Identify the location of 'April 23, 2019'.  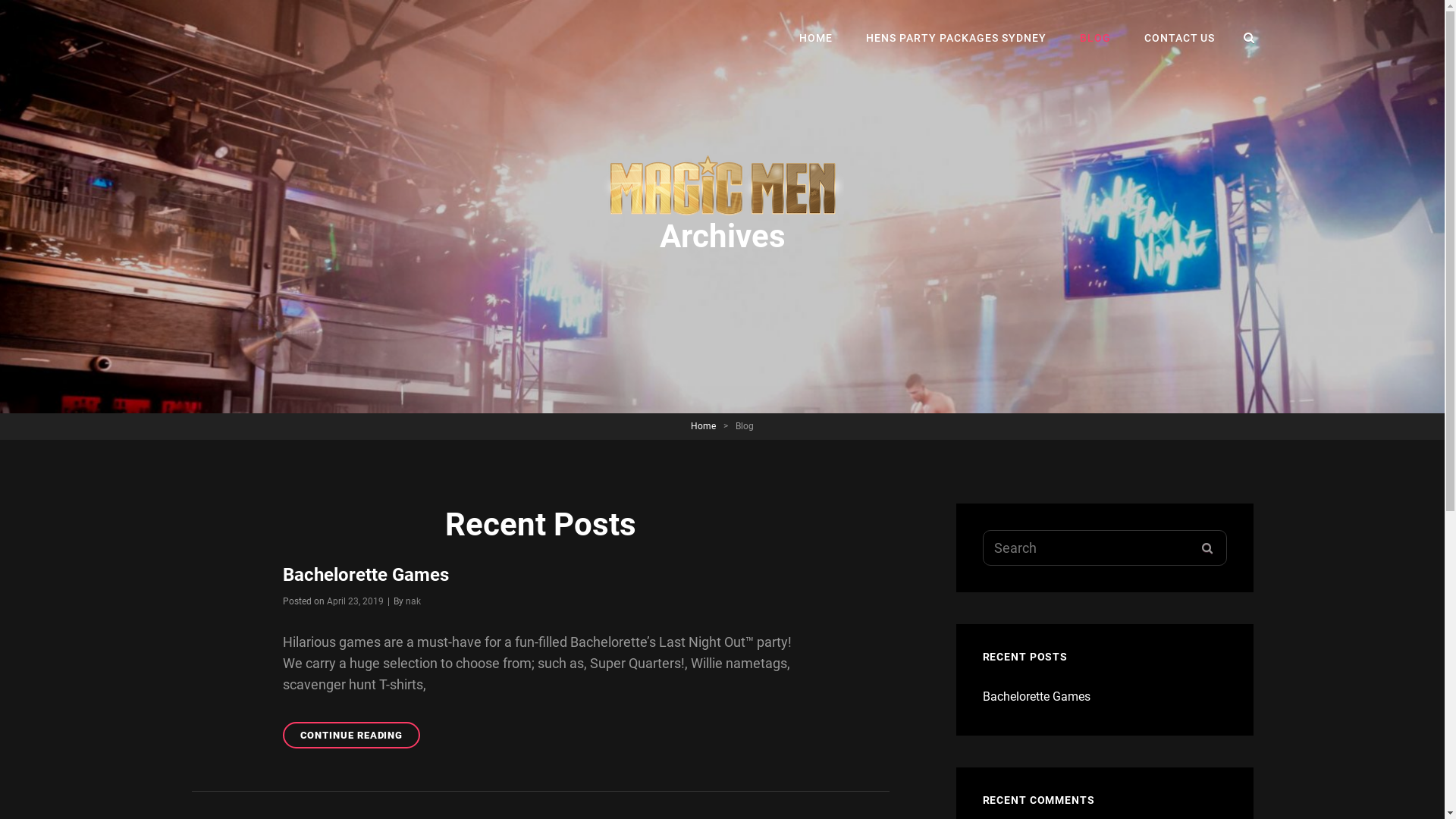
(353, 601).